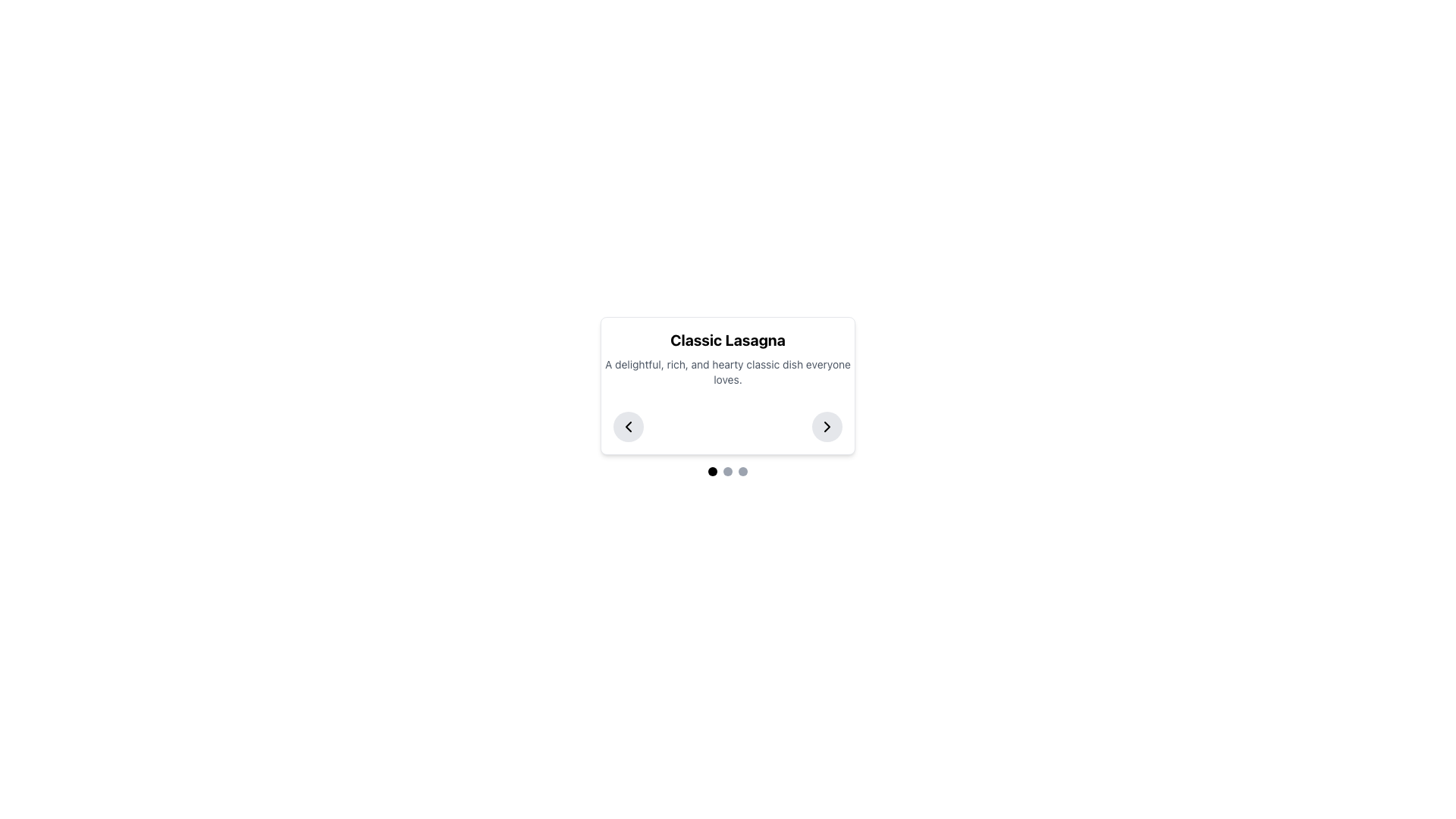  What do you see at coordinates (826, 427) in the screenshot?
I see `the right-facing chevron arrow icon located at the bottom-right of the card` at bounding box center [826, 427].